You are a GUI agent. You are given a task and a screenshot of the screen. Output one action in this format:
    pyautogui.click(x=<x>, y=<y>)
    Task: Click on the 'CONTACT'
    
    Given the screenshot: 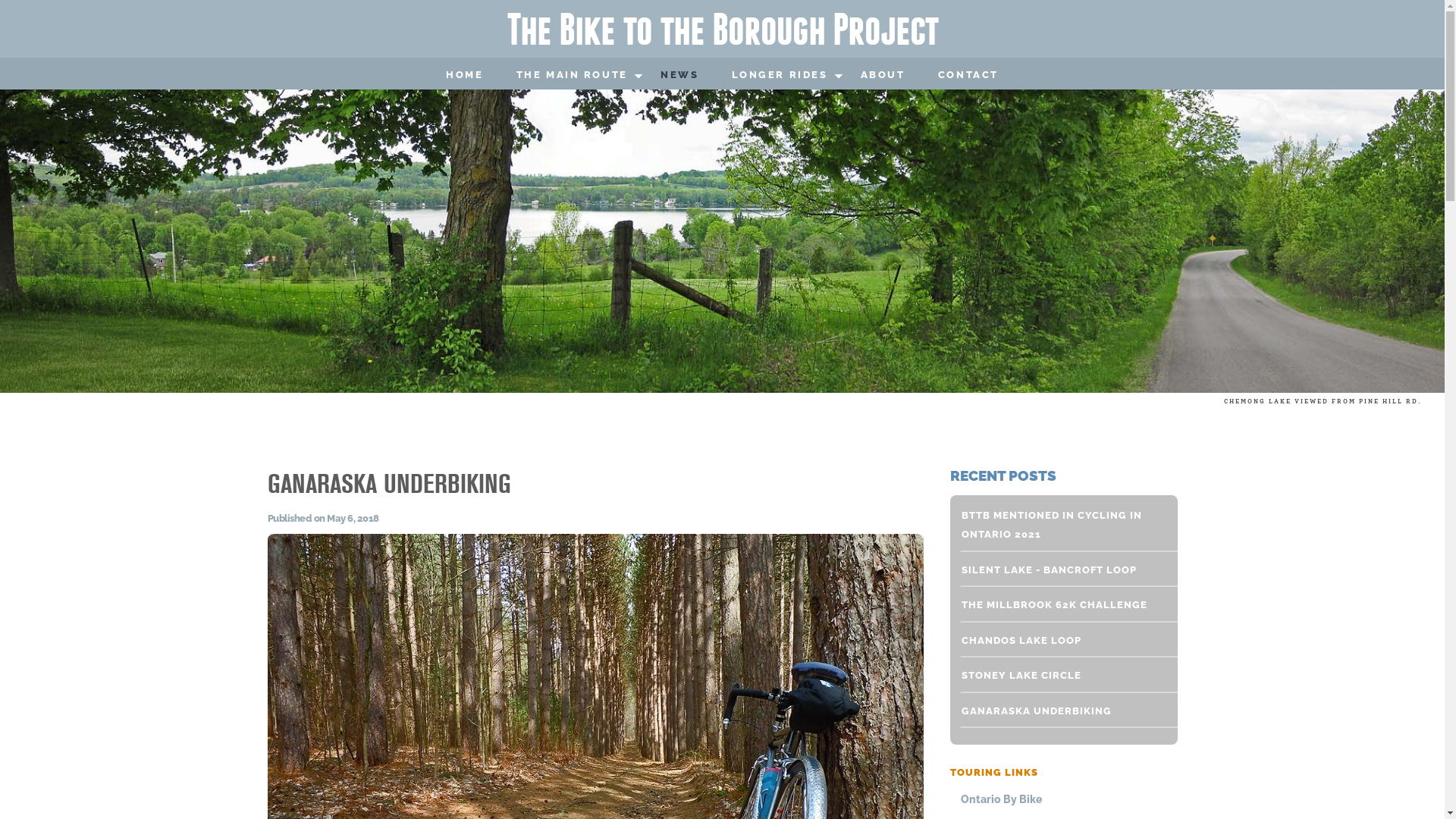 What is the action you would take?
    pyautogui.click(x=927, y=75)
    